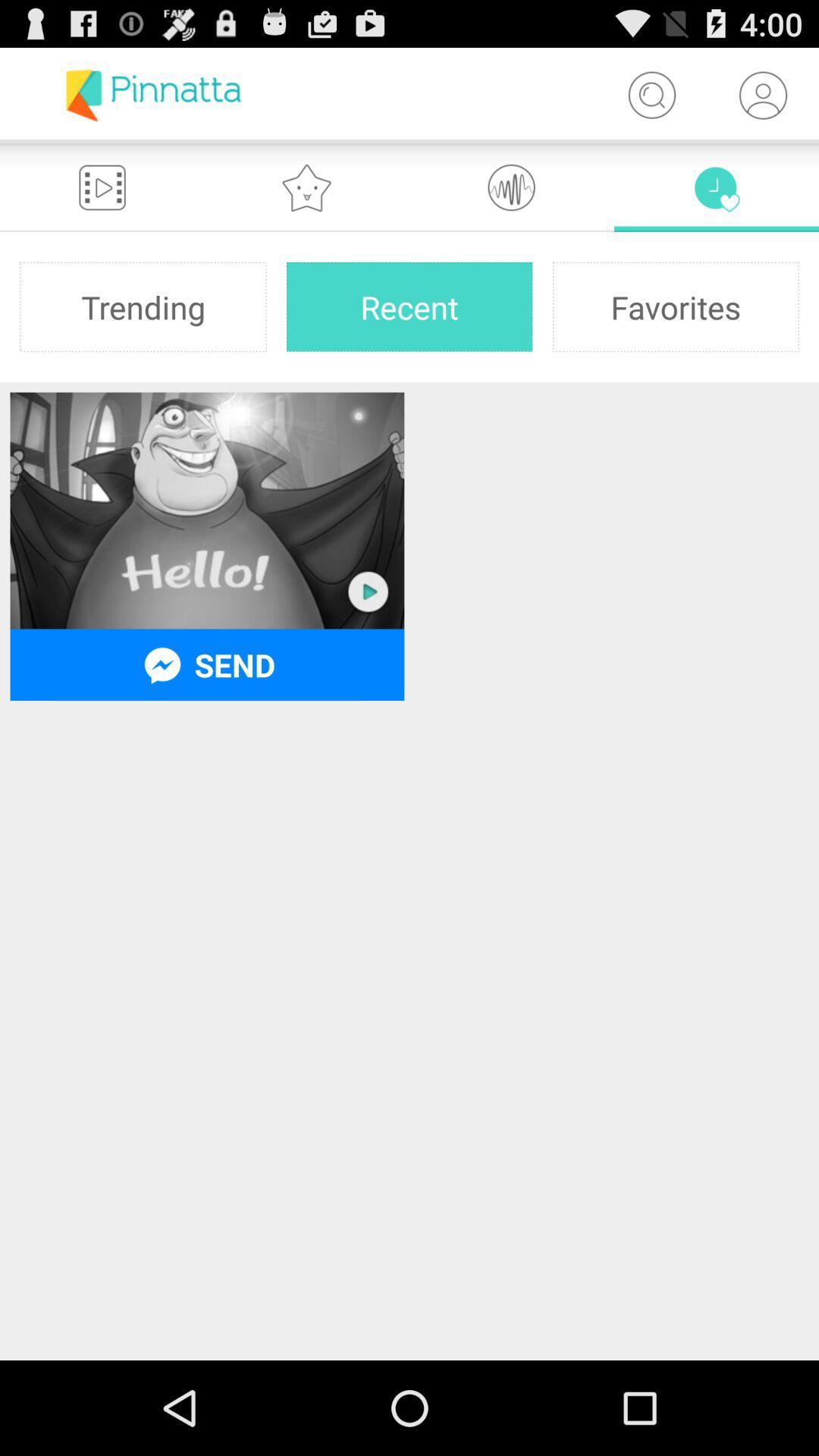 This screenshot has width=819, height=1456. What do you see at coordinates (675, 306) in the screenshot?
I see `text below clock icon` at bounding box center [675, 306].